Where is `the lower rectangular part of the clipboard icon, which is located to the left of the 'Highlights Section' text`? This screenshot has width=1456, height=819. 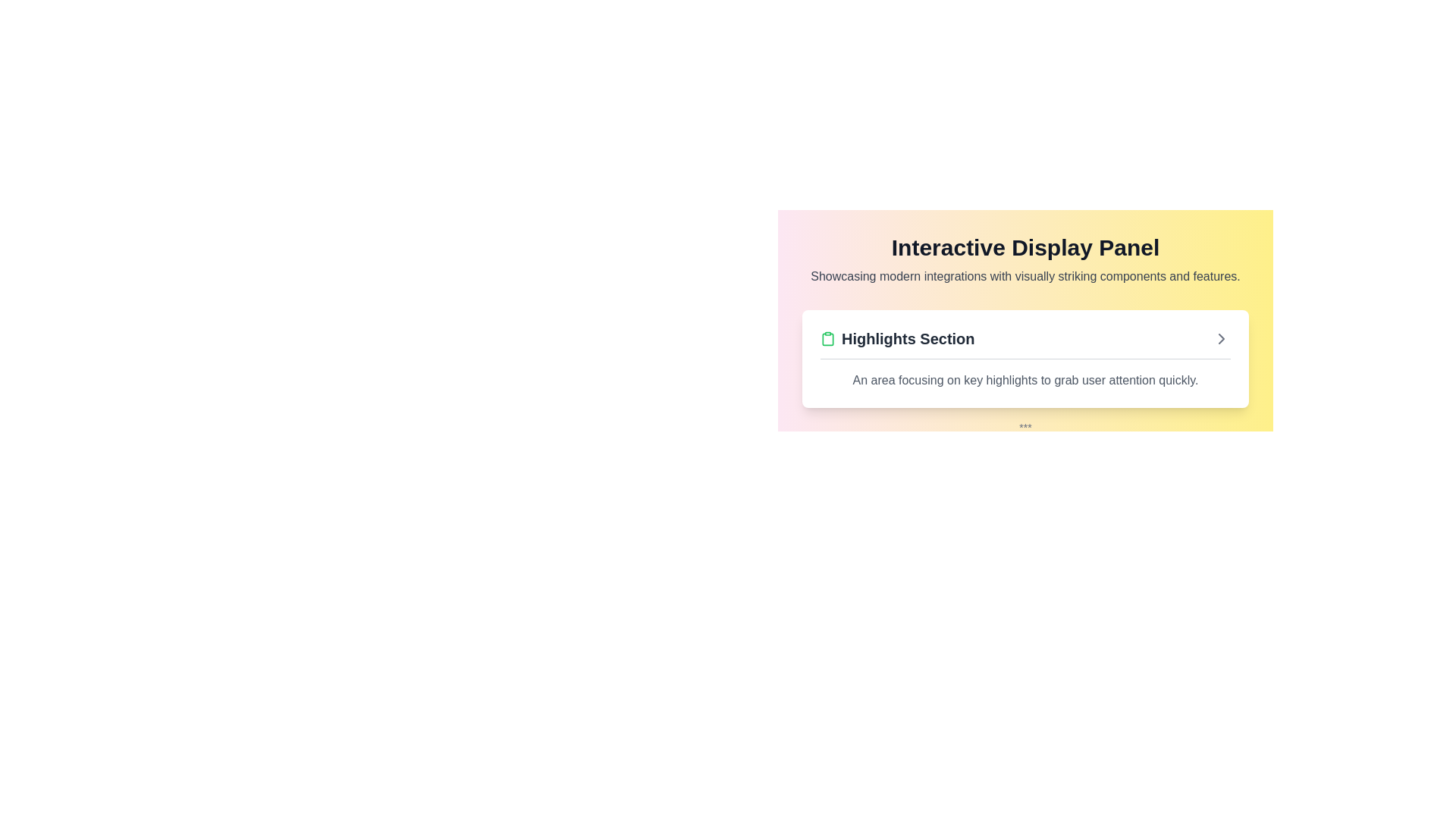 the lower rectangular part of the clipboard icon, which is located to the left of the 'Highlights Section' text is located at coordinates (827, 338).